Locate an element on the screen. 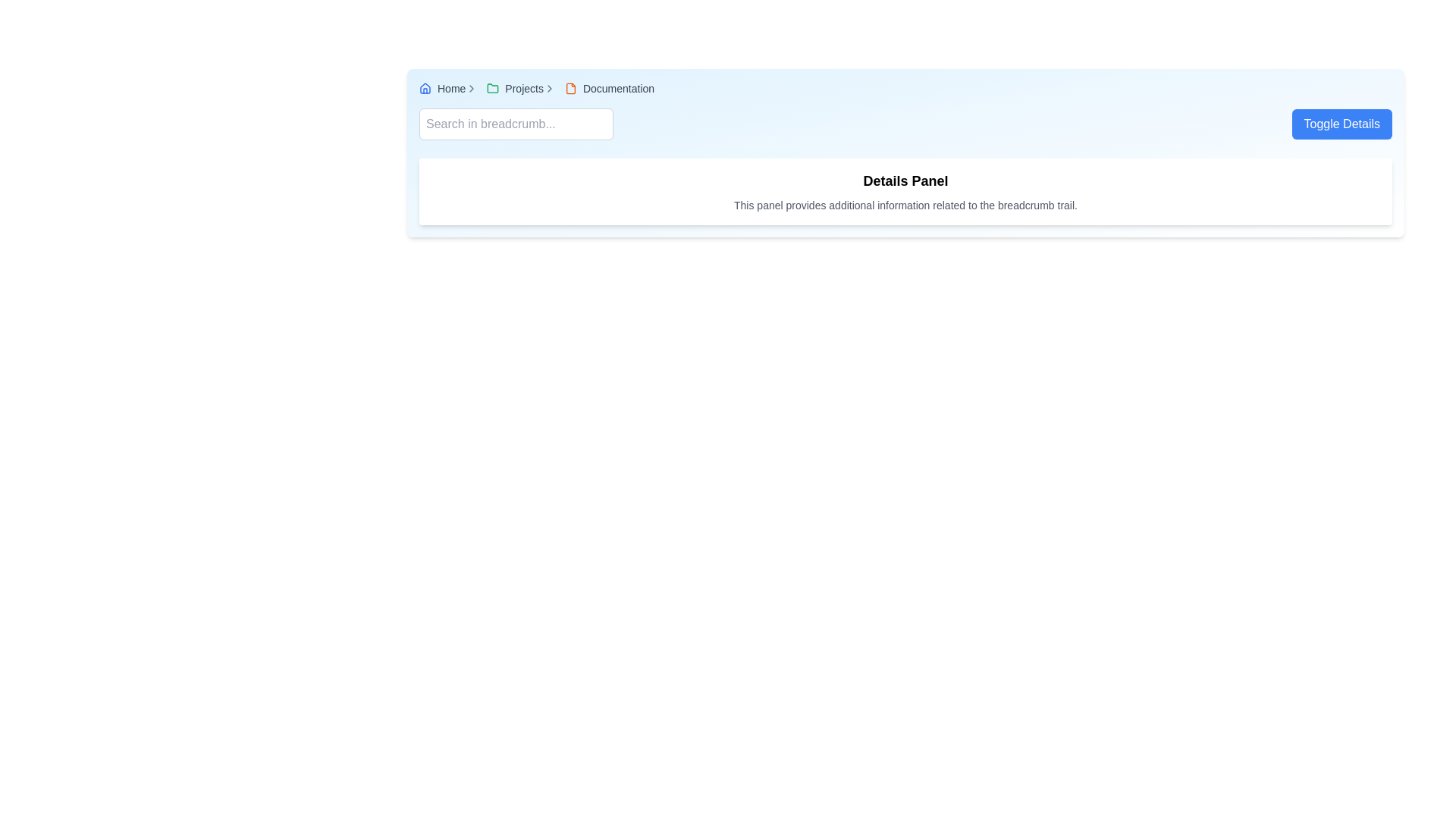 Image resolution: width=1456 pixels, height=819 pixels. the 'Home' text label is located at coordinates (450, 88).